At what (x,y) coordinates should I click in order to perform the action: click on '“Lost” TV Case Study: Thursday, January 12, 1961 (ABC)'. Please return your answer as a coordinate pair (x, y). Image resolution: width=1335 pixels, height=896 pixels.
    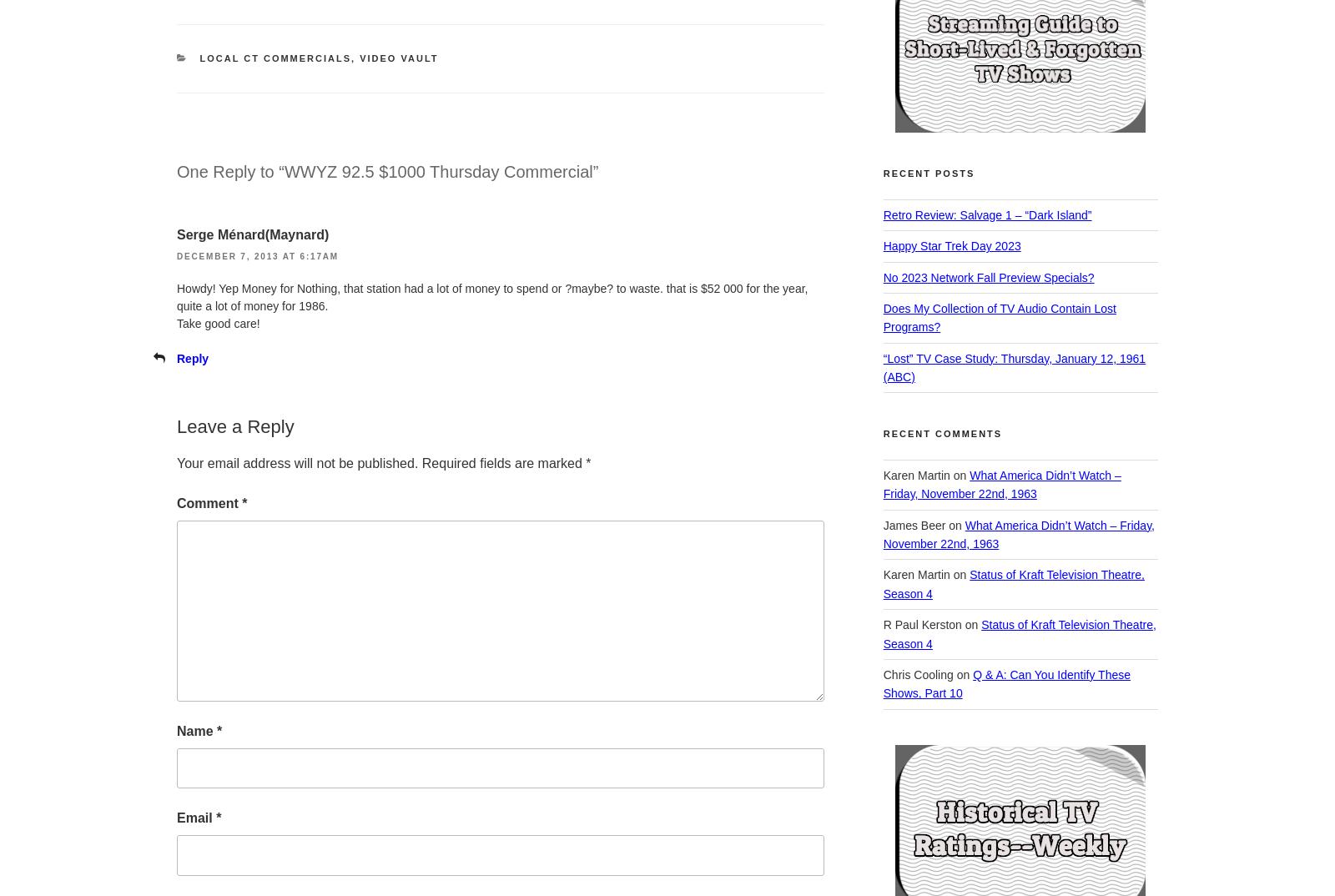
    Looking at the image, I should click on (883, 366).